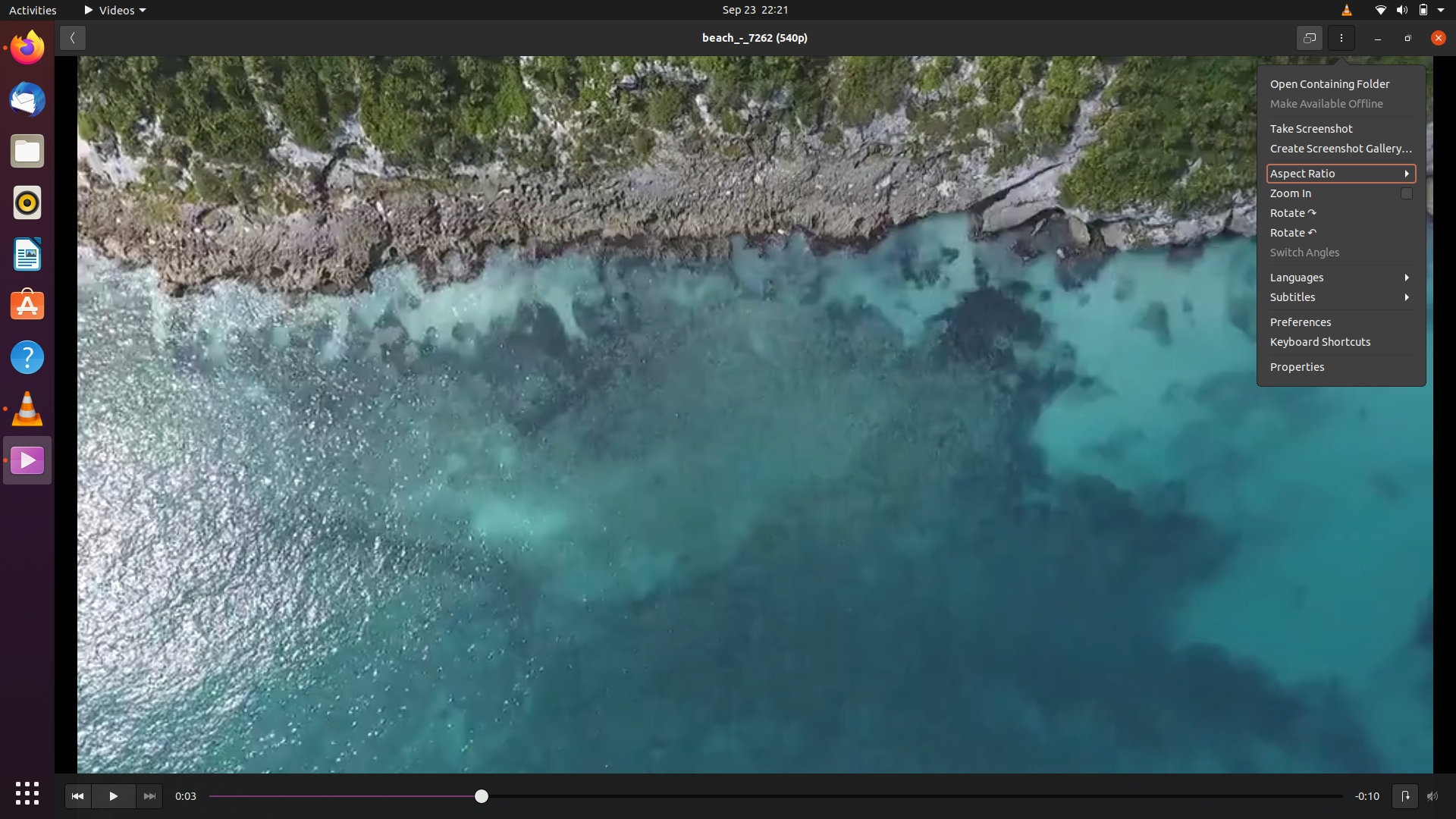  I want to click on Alter the video aspect ratio to 16:9, so click(1341, 171).